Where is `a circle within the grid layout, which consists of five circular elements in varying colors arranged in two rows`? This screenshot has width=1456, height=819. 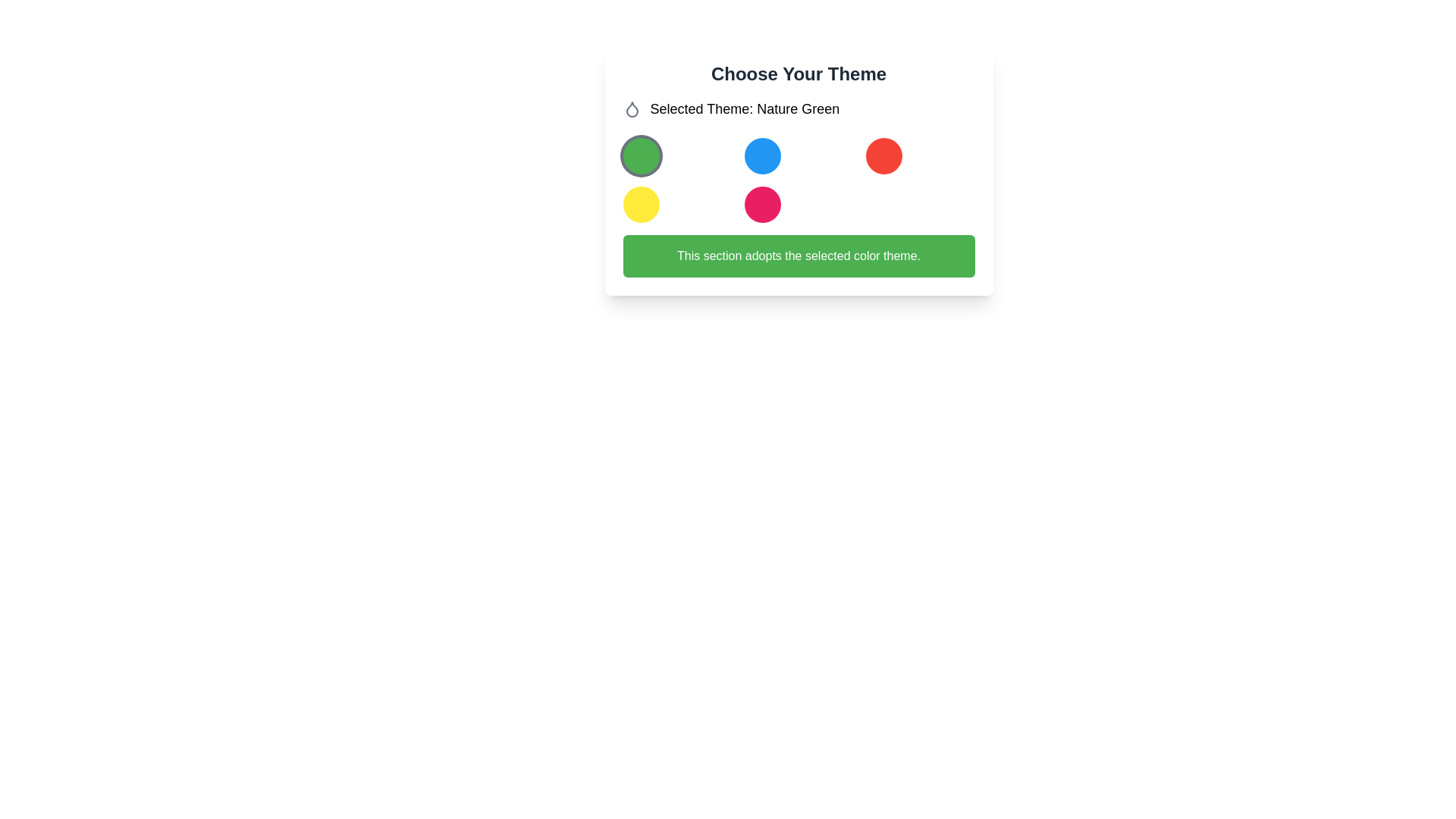
a circle within the grid layout, which consists of five circular elements in varying colors arranged in two rows is located at coordinates (798, 180).